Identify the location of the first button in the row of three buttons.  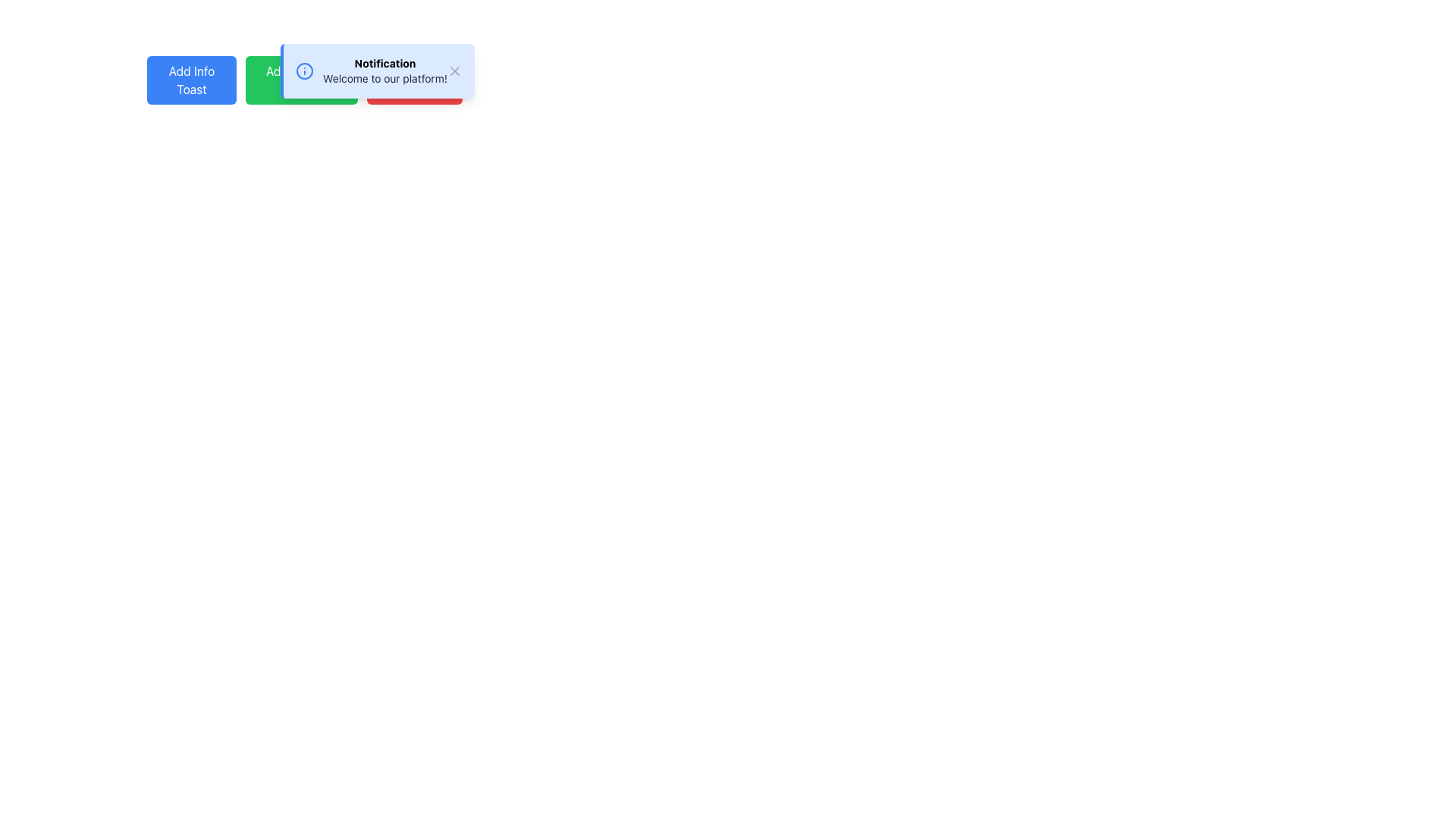
(191, 80).